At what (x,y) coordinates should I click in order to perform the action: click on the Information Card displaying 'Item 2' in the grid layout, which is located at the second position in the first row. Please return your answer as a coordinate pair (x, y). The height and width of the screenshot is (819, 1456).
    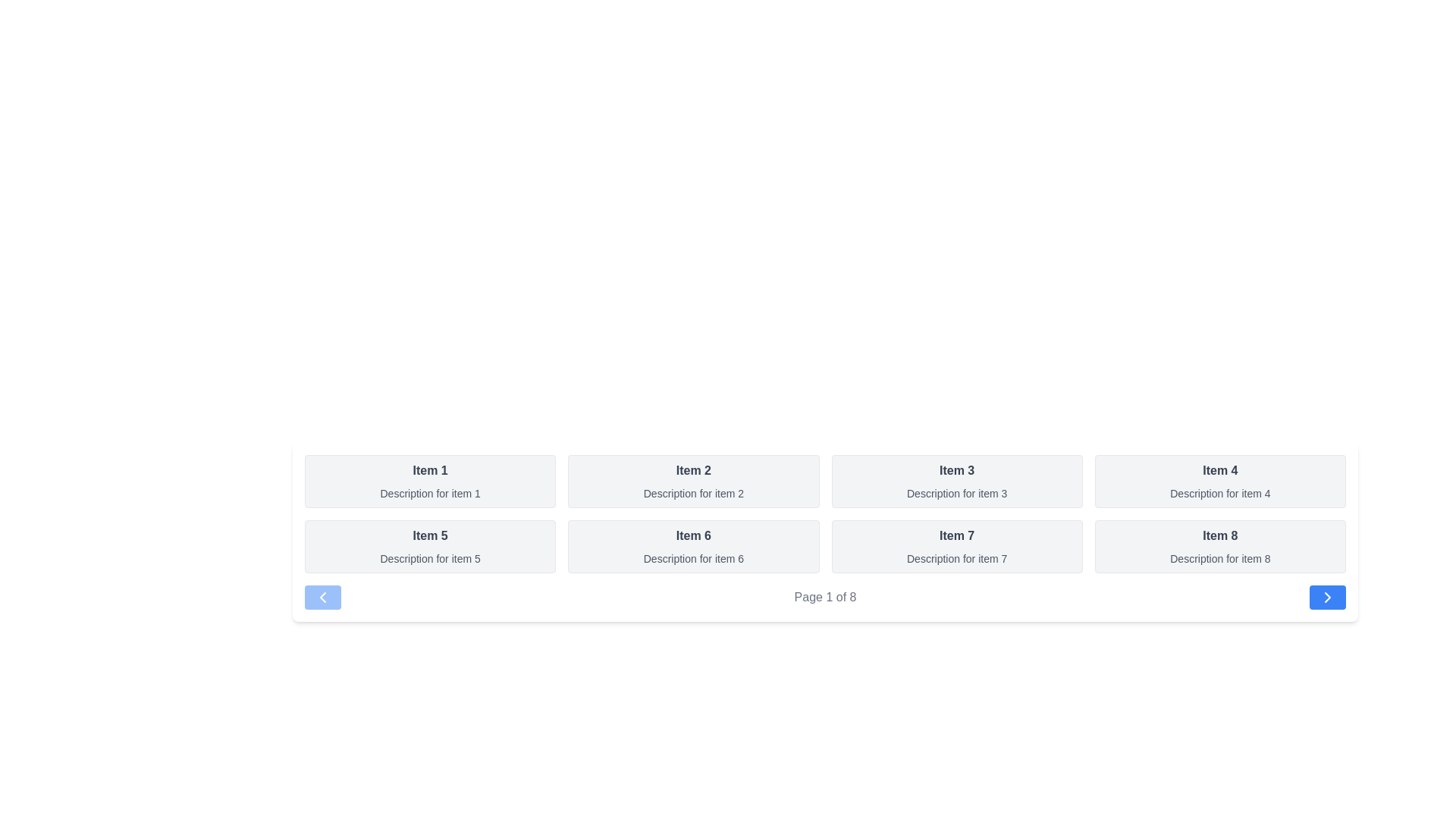
    Looking at the image, I should click on (692, 482).